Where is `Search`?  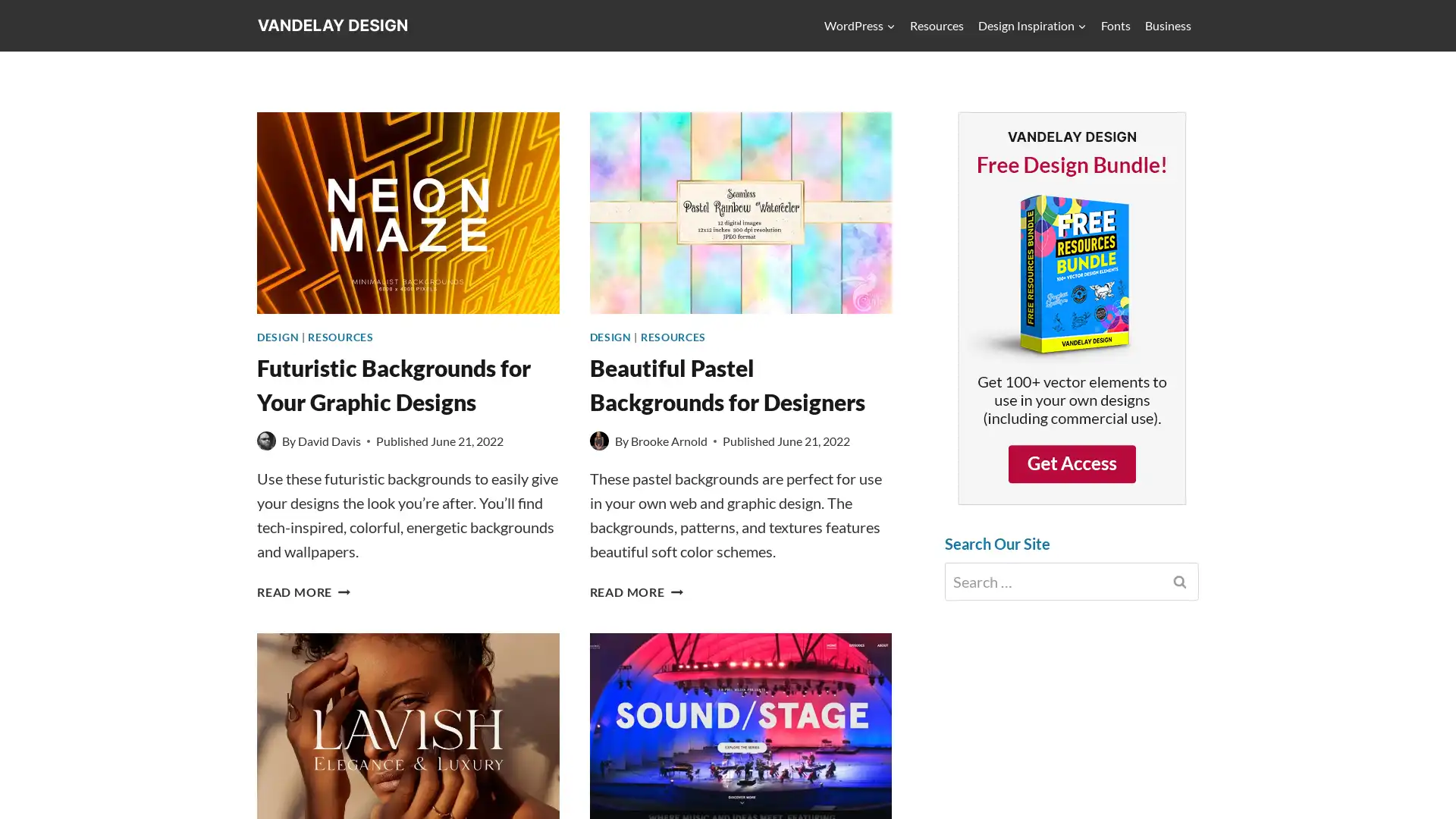
Search is located at coordinates (1178, 581).